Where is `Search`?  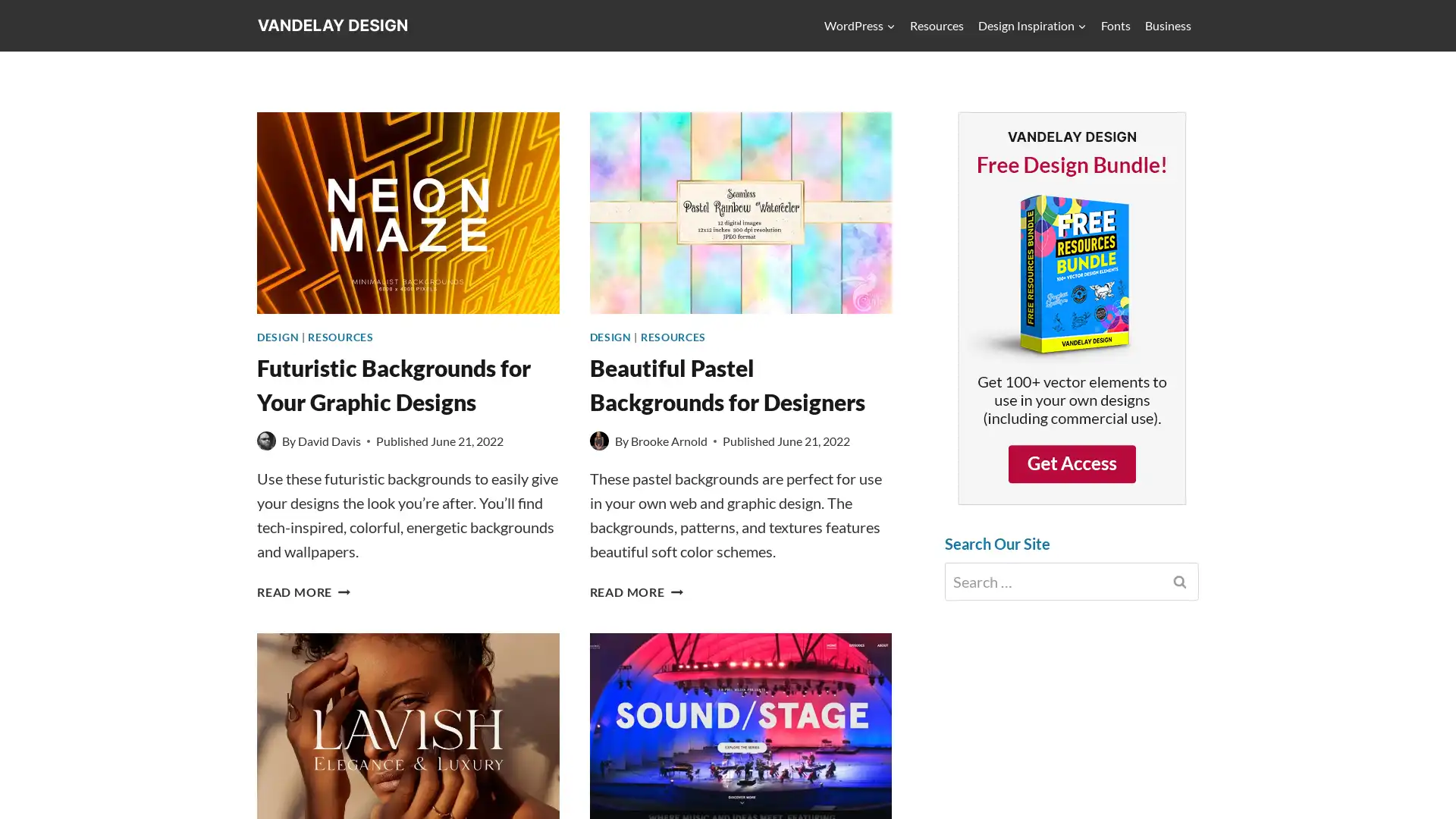
Search is located at coordinates (1178, 581).